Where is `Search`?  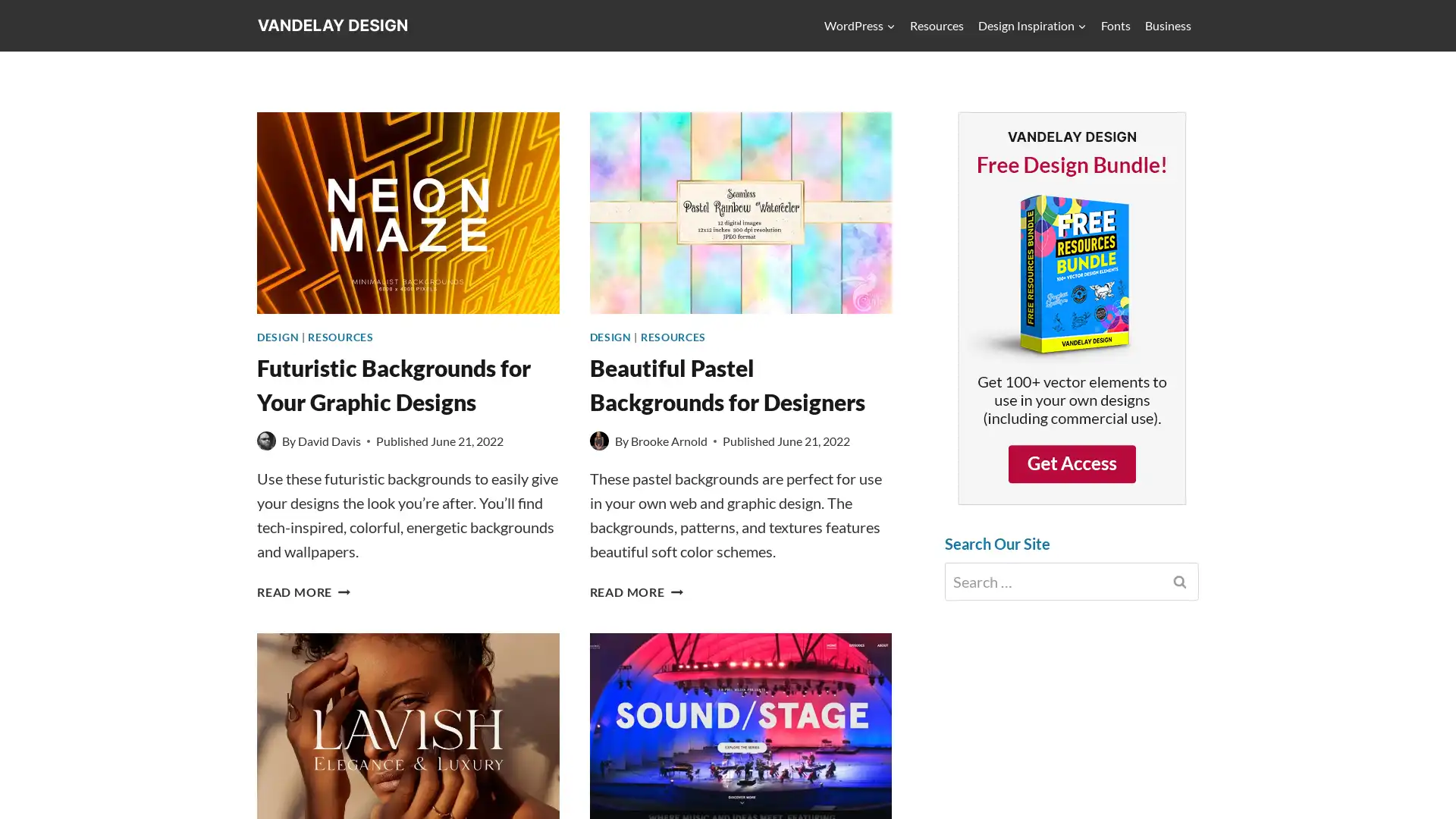
Search is located at coordinates (1178, 581).